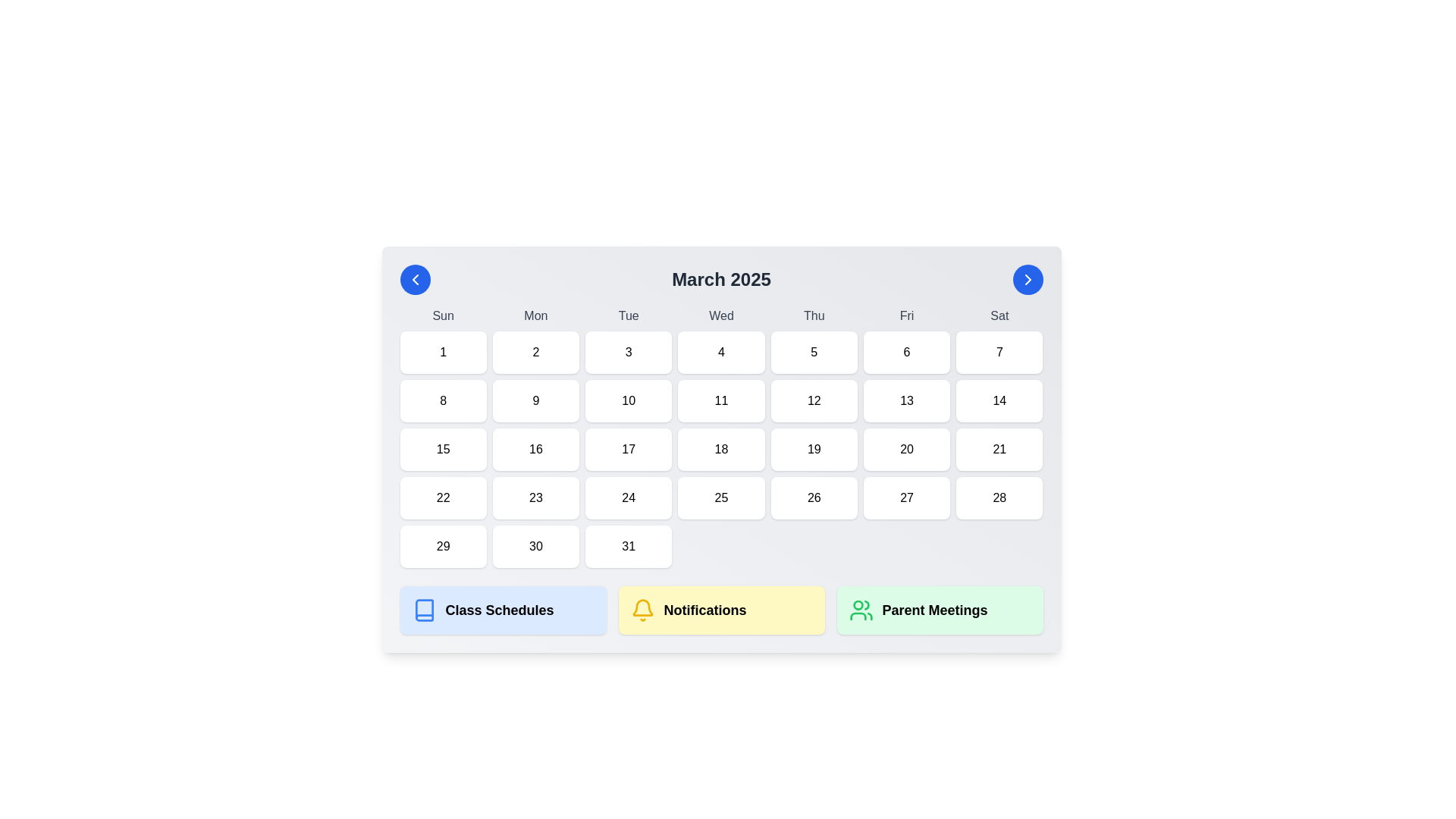 The width and height of the screenshot is (1456, 819). What do you see at coordinates (629, 315) in the screenshot?
I see `the text label displaying 'Tue' in gray color, which is the third weekday label in a calendar interface, positioned between 'Mon' and 'Wed'` at bounding box center [629, 315].